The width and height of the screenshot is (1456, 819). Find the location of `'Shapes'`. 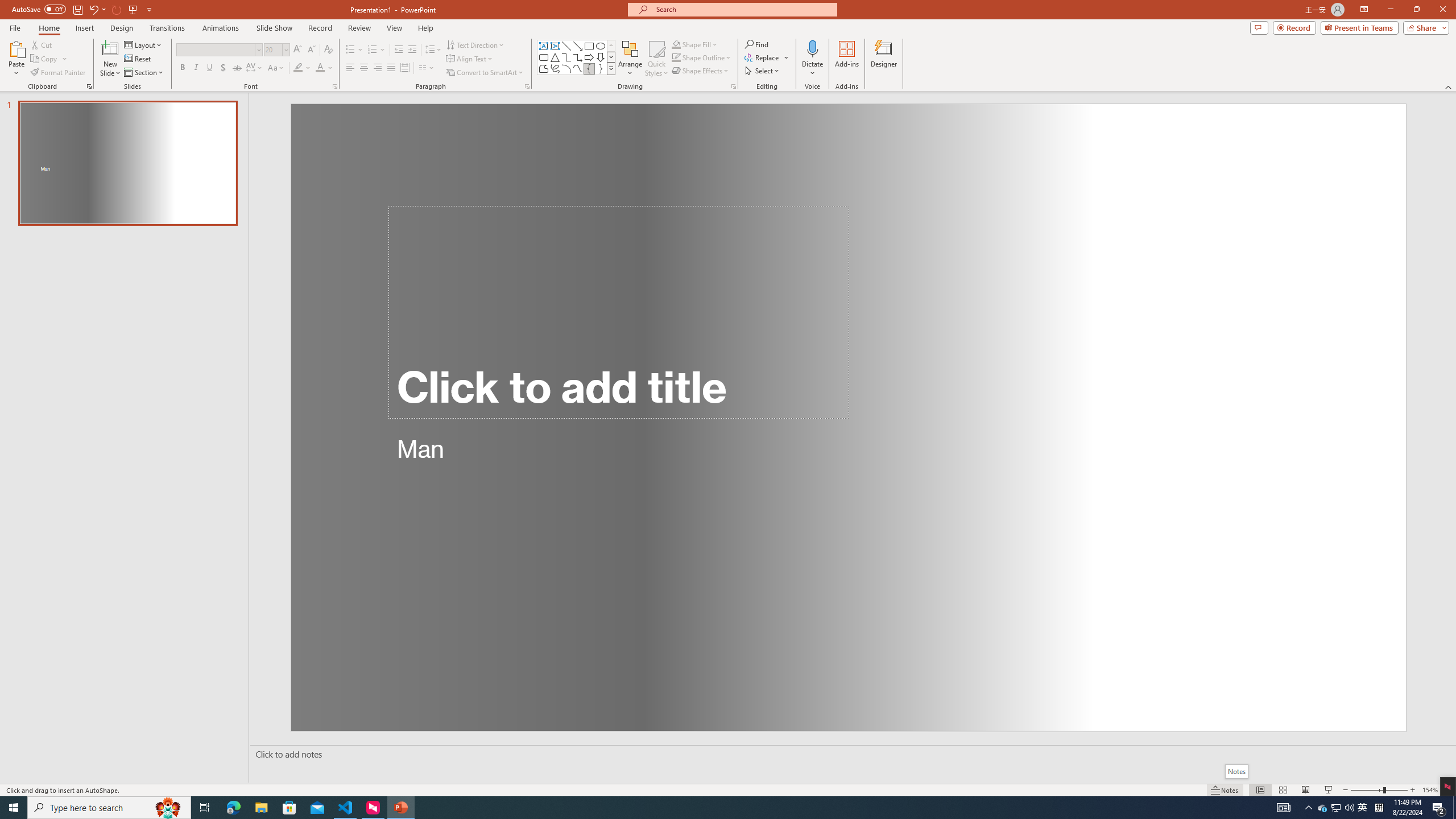

'Shapes' is located at coordinates (611, 68).